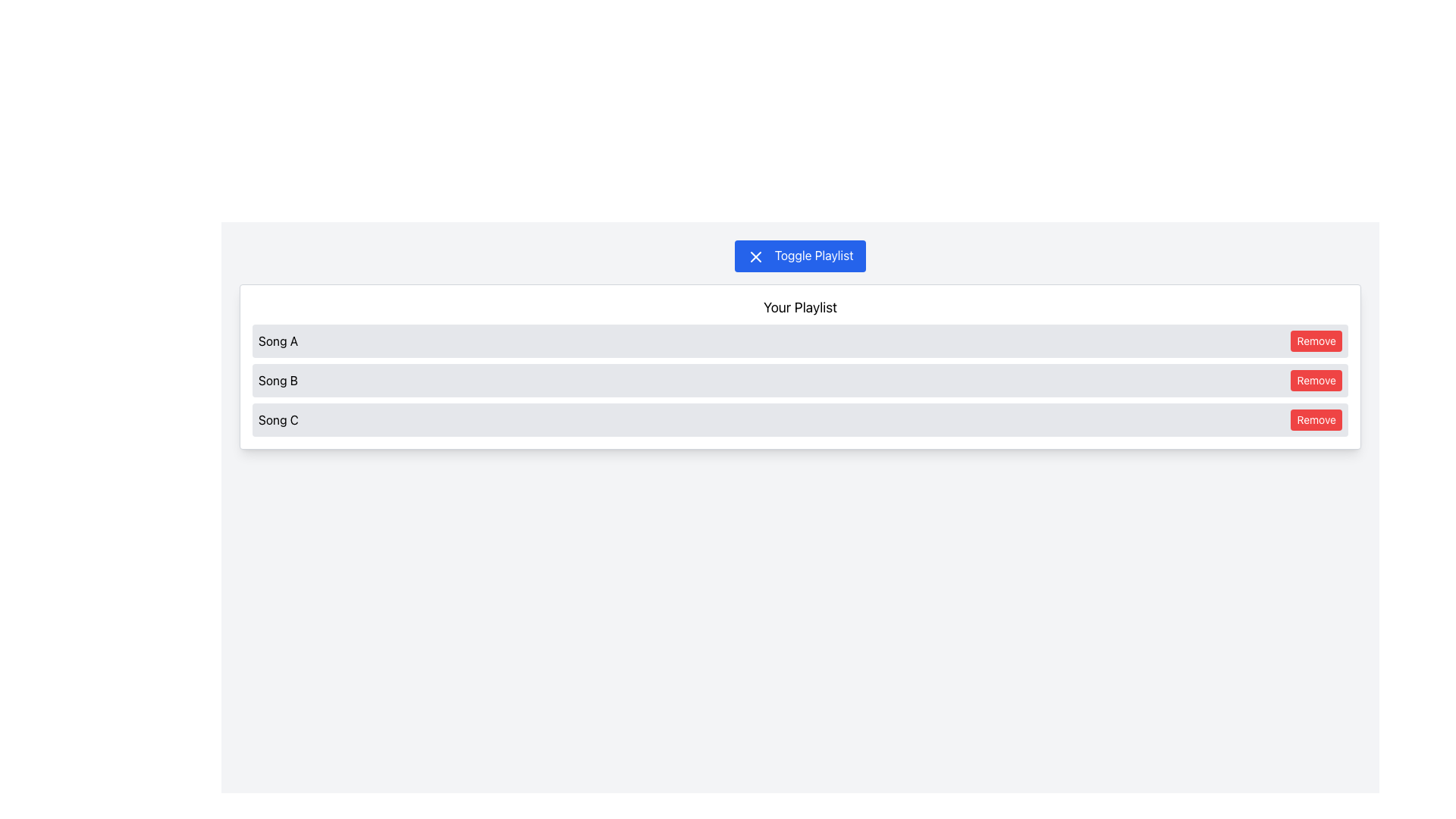  I want to click on the 'close' or 'cancel' icon located within the 'Toggle Playlist' button at the top center of the interface, so click(756, 256).